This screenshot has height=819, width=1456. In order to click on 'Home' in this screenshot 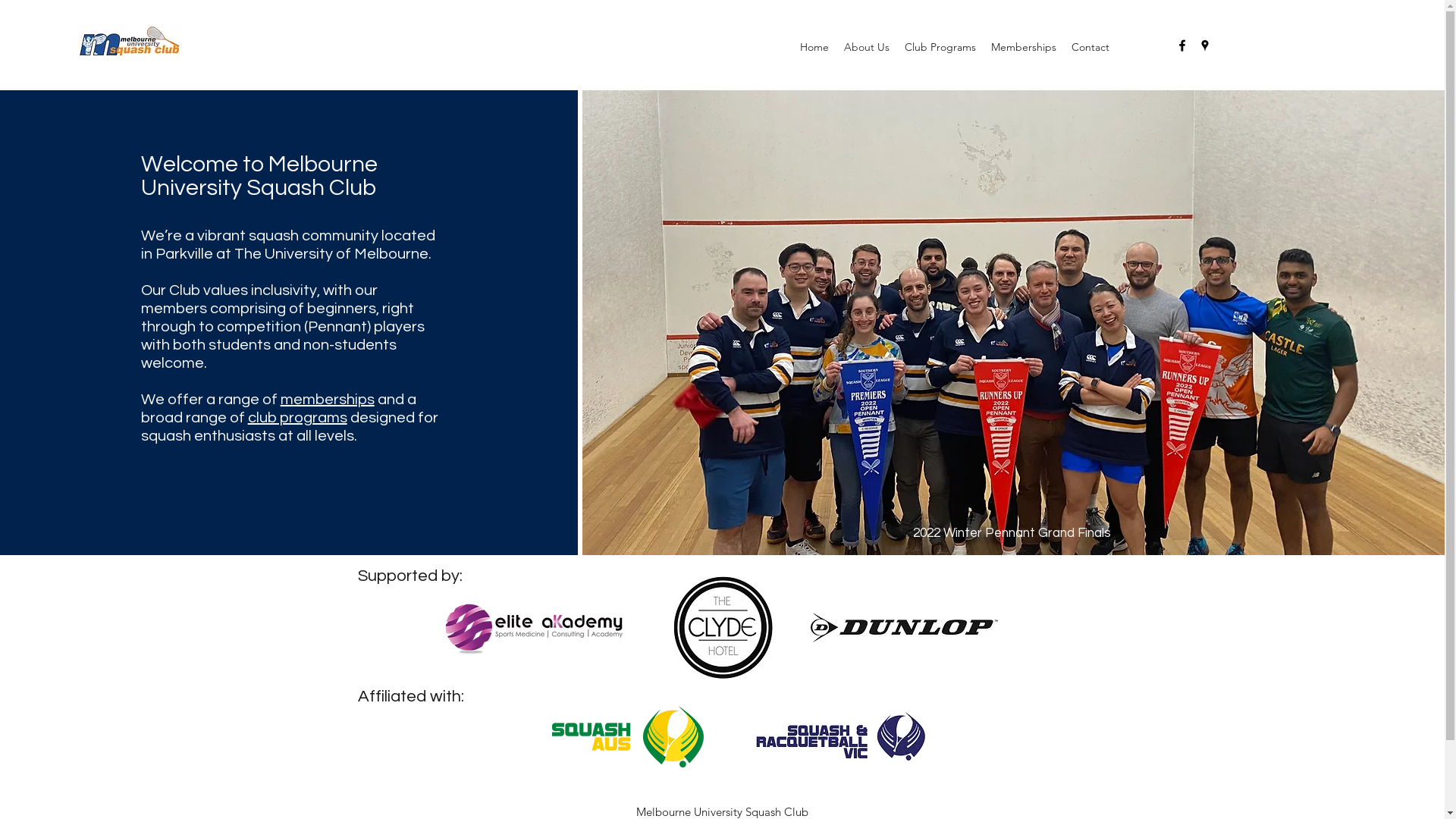, I will do `click(814, 45)`.